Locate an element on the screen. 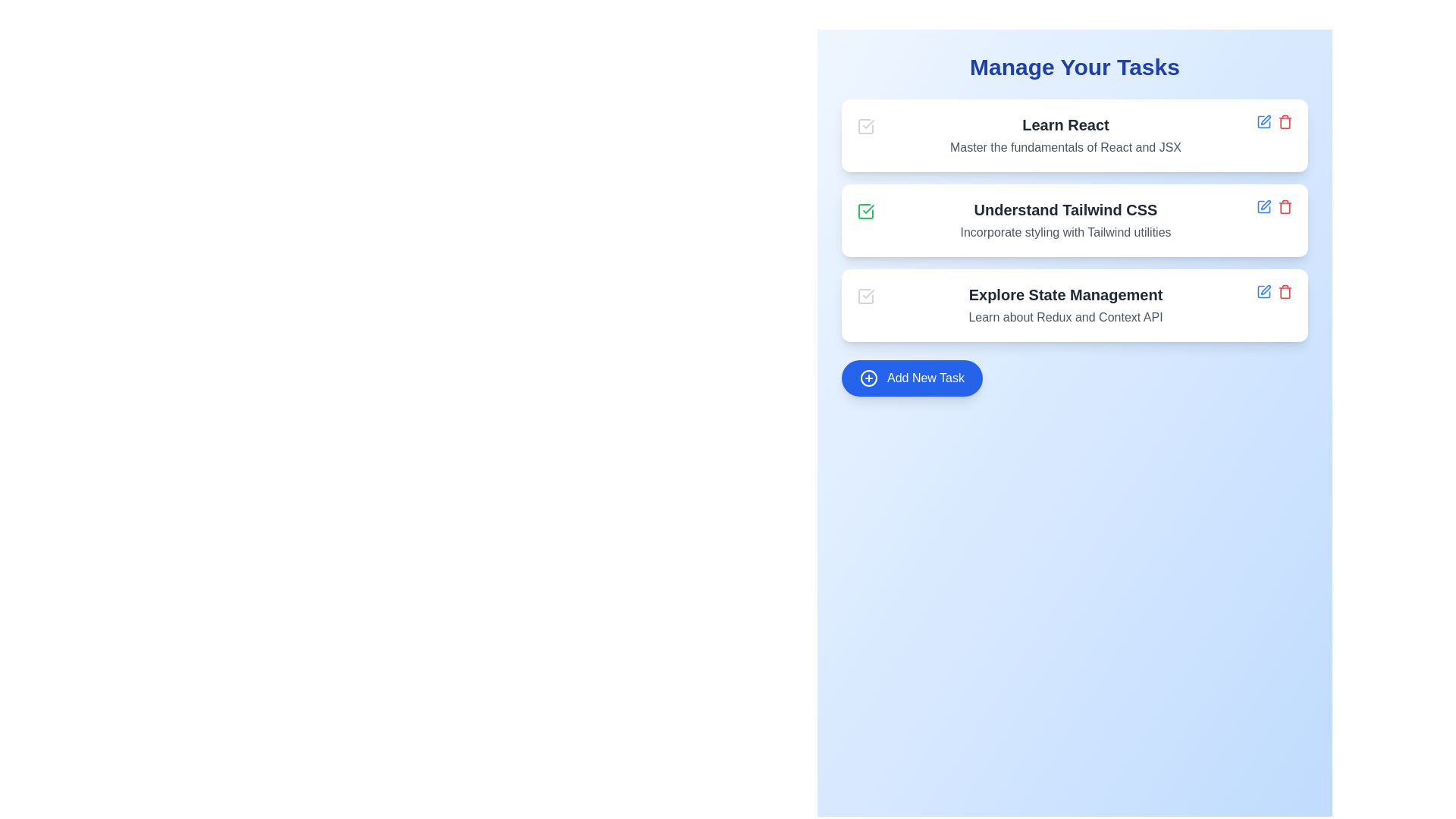  the blue button labeled 'Add New Task' with a '+' icon is located at coordinates (912, 377).